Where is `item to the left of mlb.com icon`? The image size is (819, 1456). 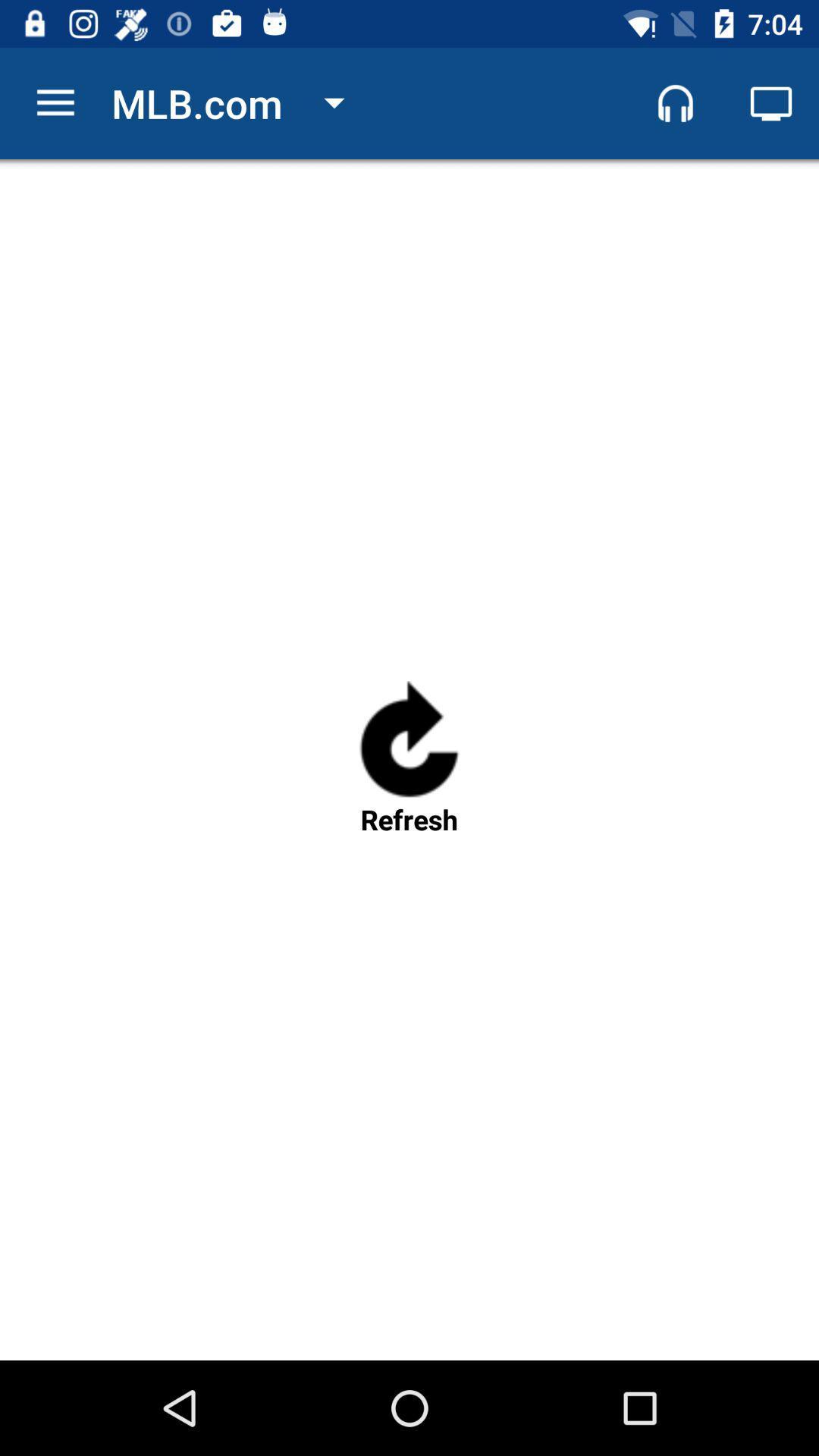 item to the left of mlb.com icon is located at coordinates (55, 102).